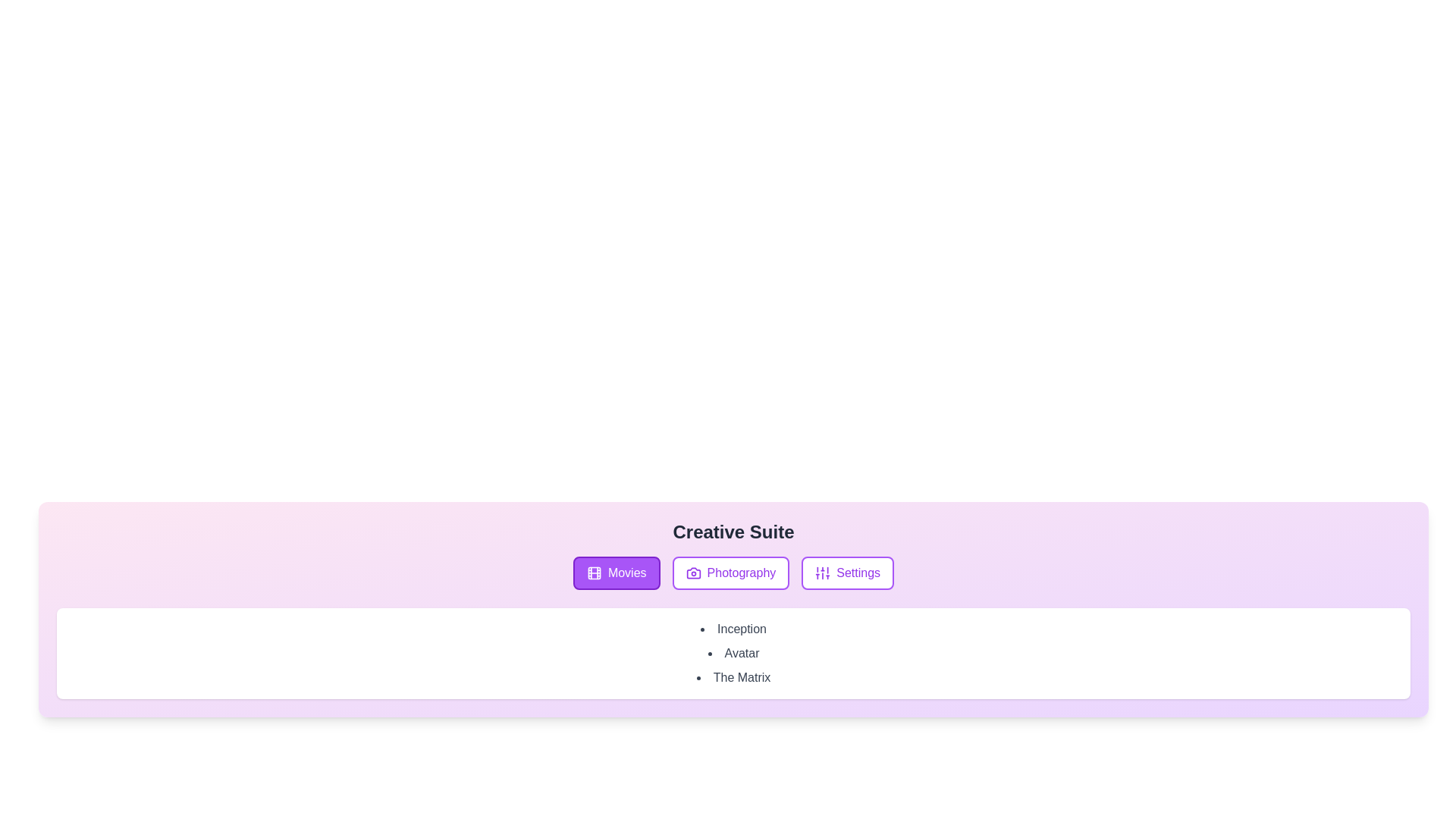 The image size is (1456, 819). I want to click on the rectangular button labeled 'Settings' with a white background and purple border, so click(847, 573).